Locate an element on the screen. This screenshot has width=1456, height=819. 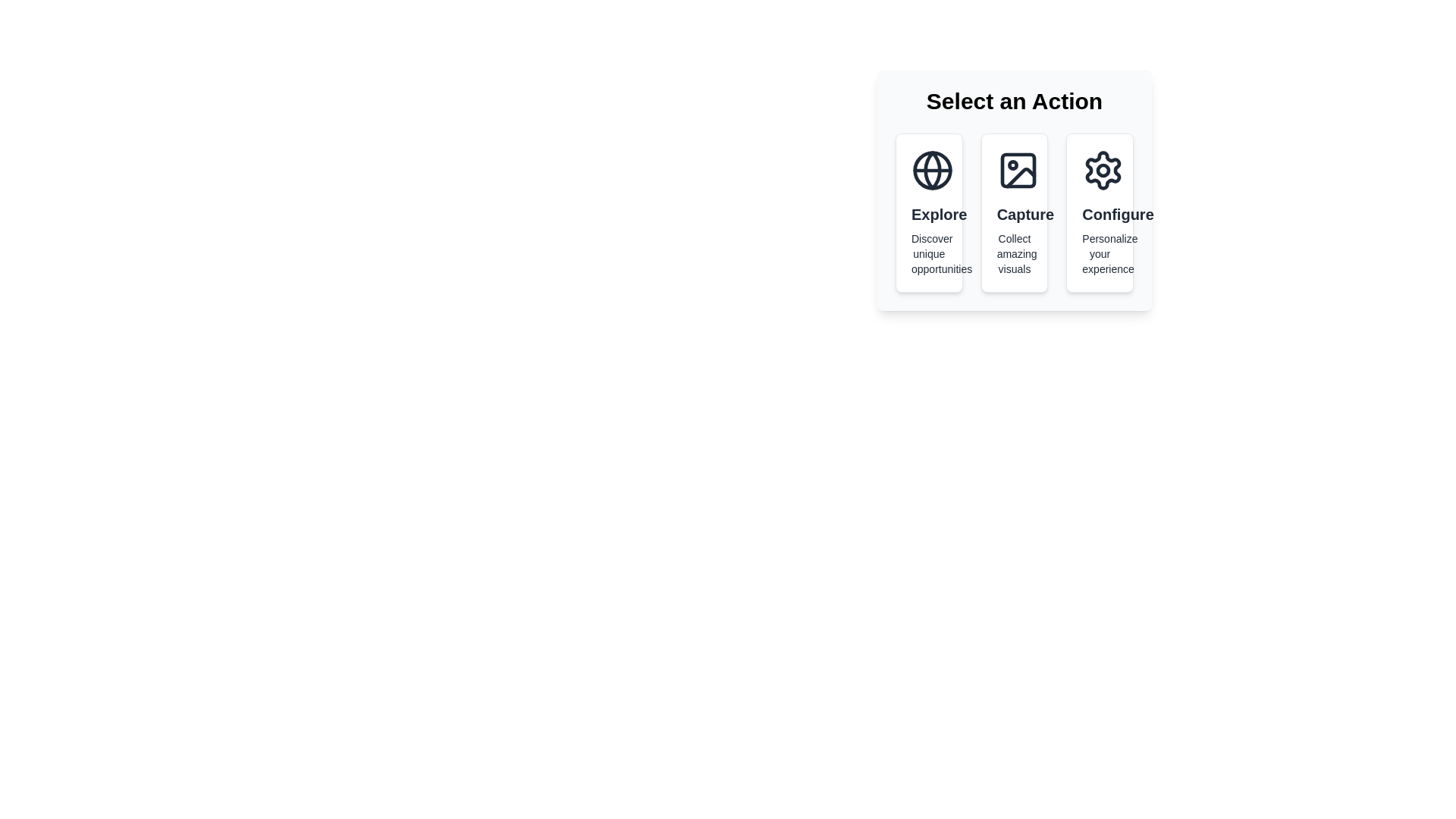
the central icon of the 'Capture' option, which is the second selectable choice in the interface, to perform the actions it signifies is located at coordinates (1018, 170).